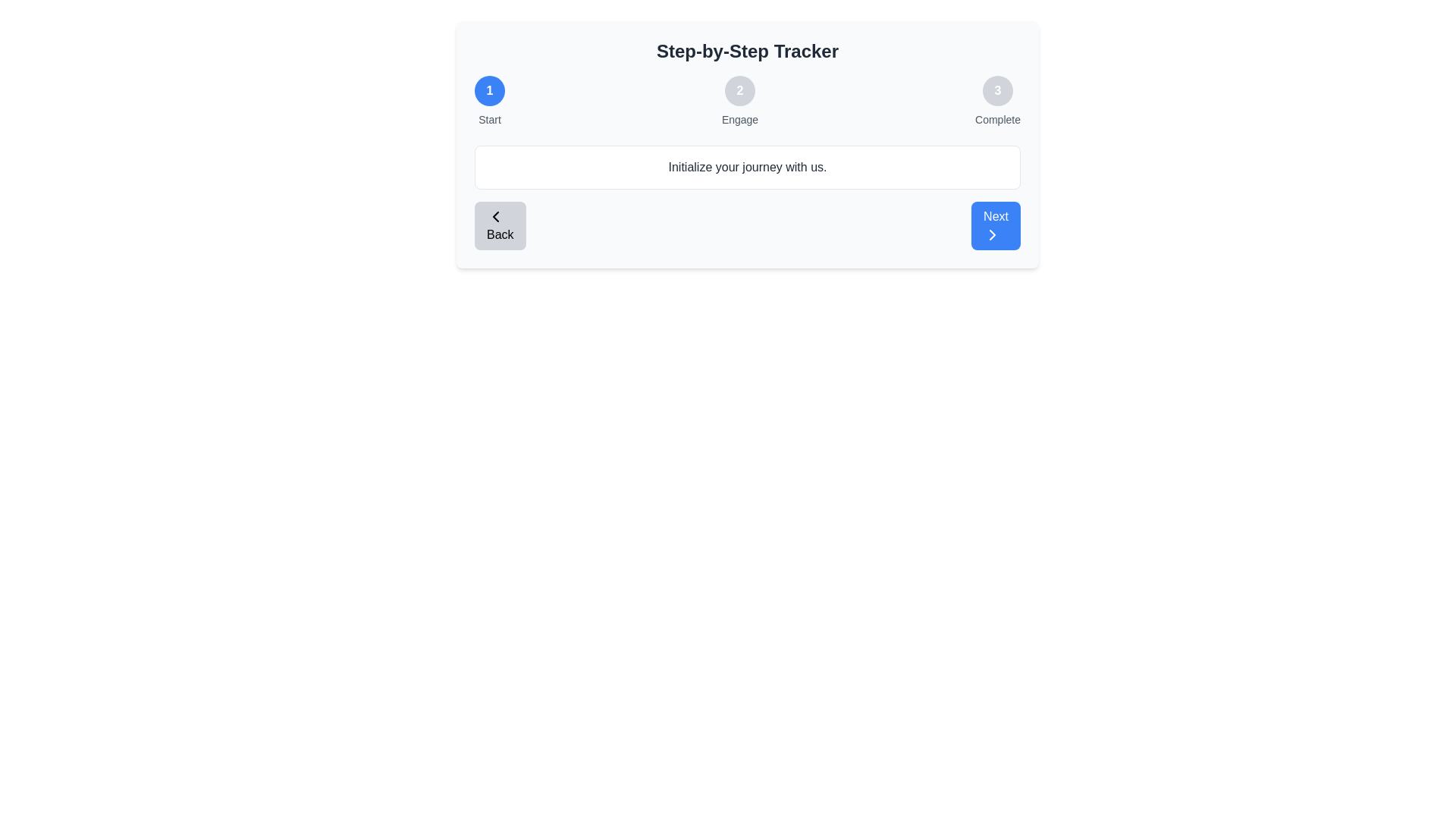 The height and width of the screenshot is (819, 1456). Describe the element at coordinates (993, 234) in the screenshot. I see `the small, right-pointing chevron icon located within the 'Next' button, positioned near the right edge and smaller than the surrounding text label` at that location.